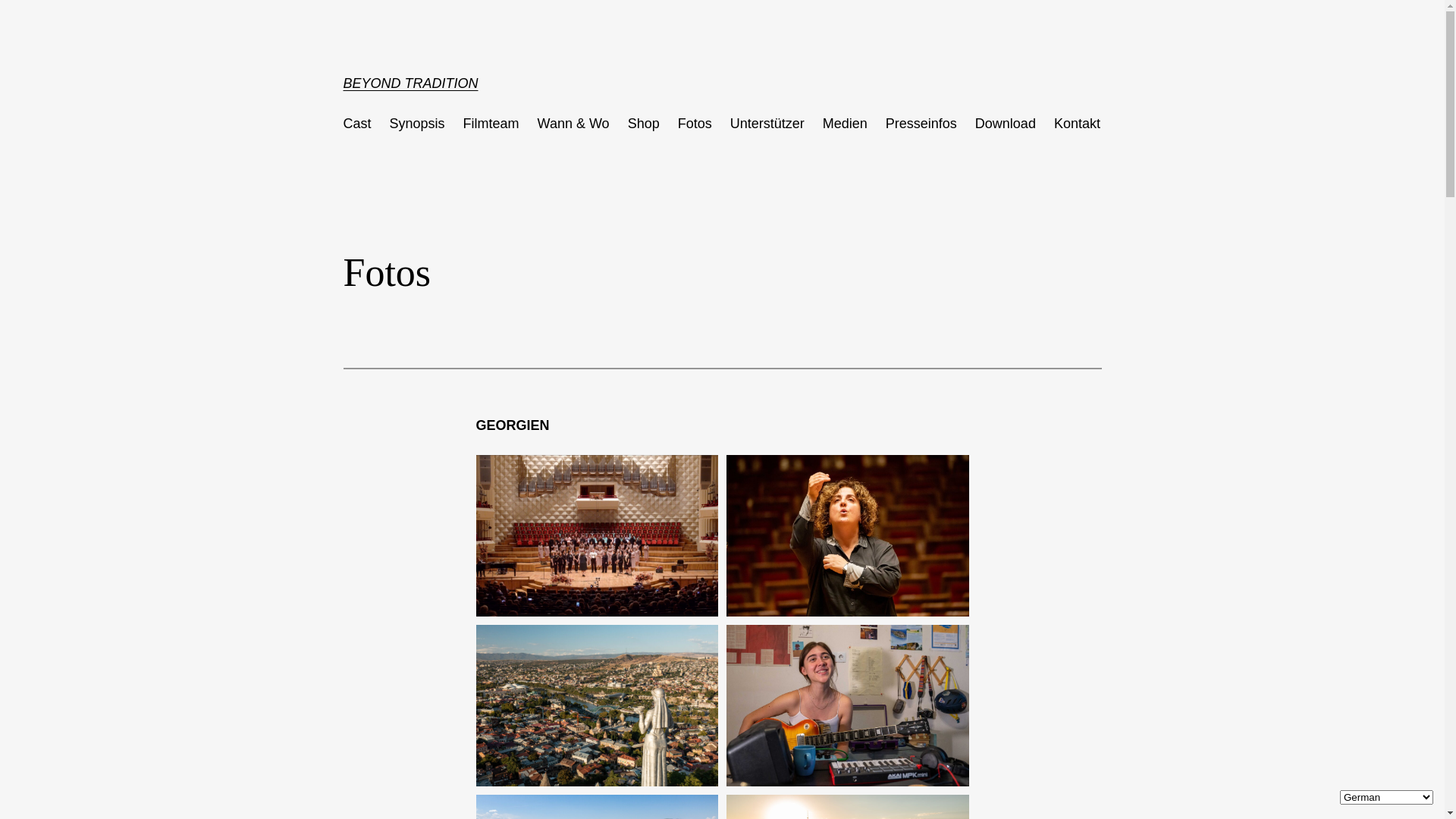 The width and height of the screenshot is (1456, 819). I want to click on 'Cast', so click(356, 123).